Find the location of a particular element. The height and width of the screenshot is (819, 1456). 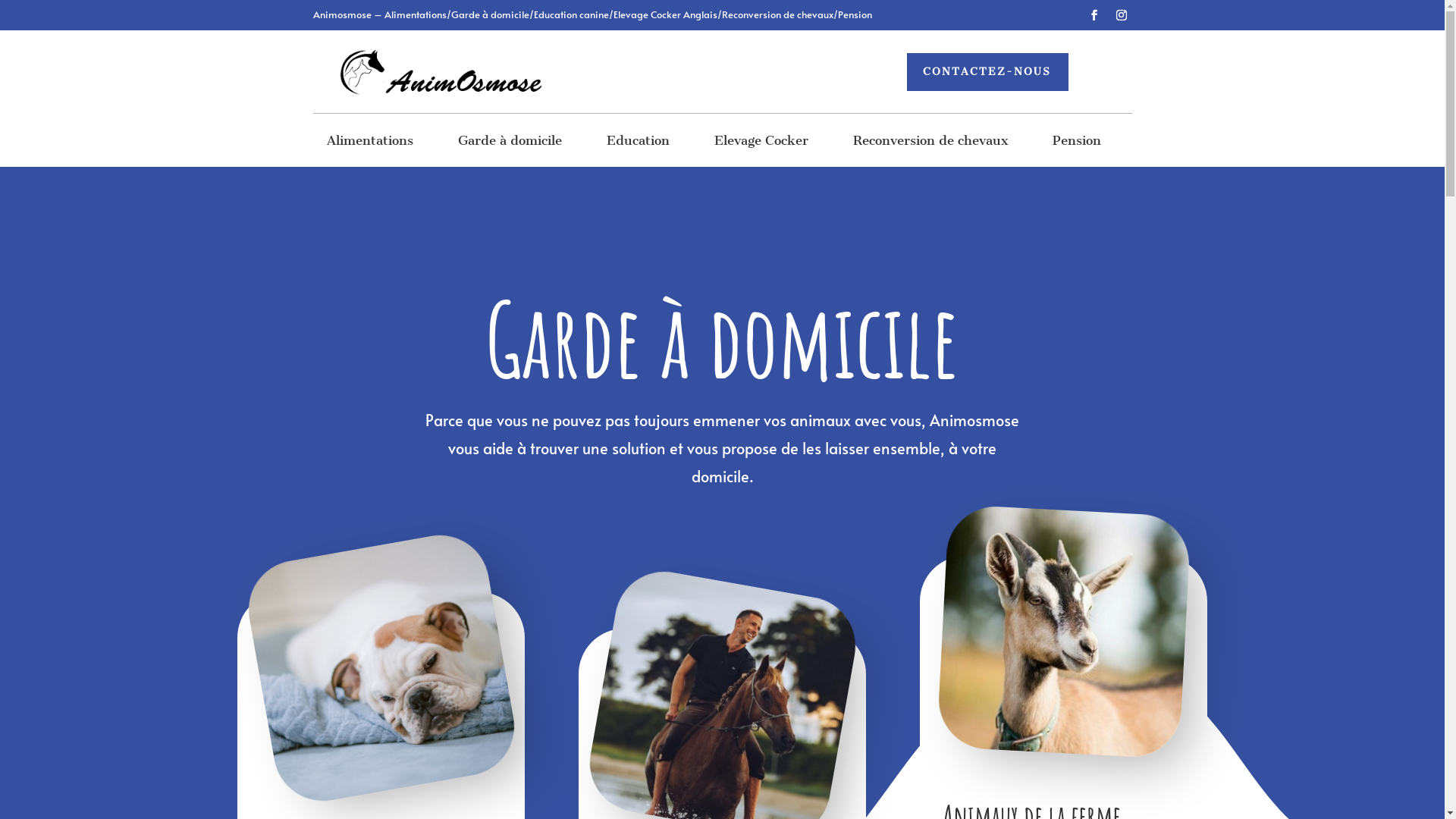

'CONTACTEZ-NOUS' is located at coordinates (987, 72).